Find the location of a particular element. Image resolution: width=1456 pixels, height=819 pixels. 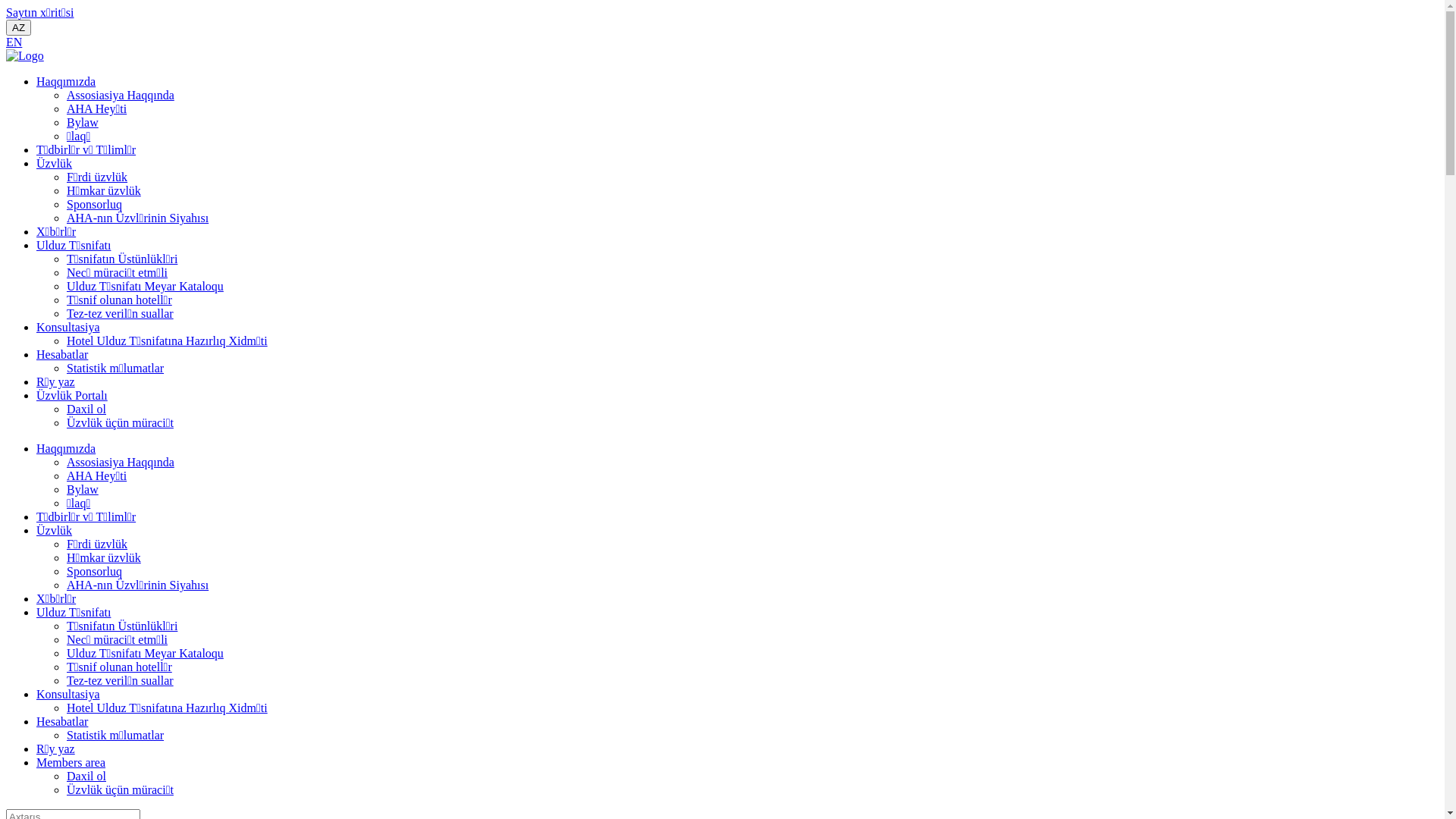

'Members area' is located at coordinates (70, 762).